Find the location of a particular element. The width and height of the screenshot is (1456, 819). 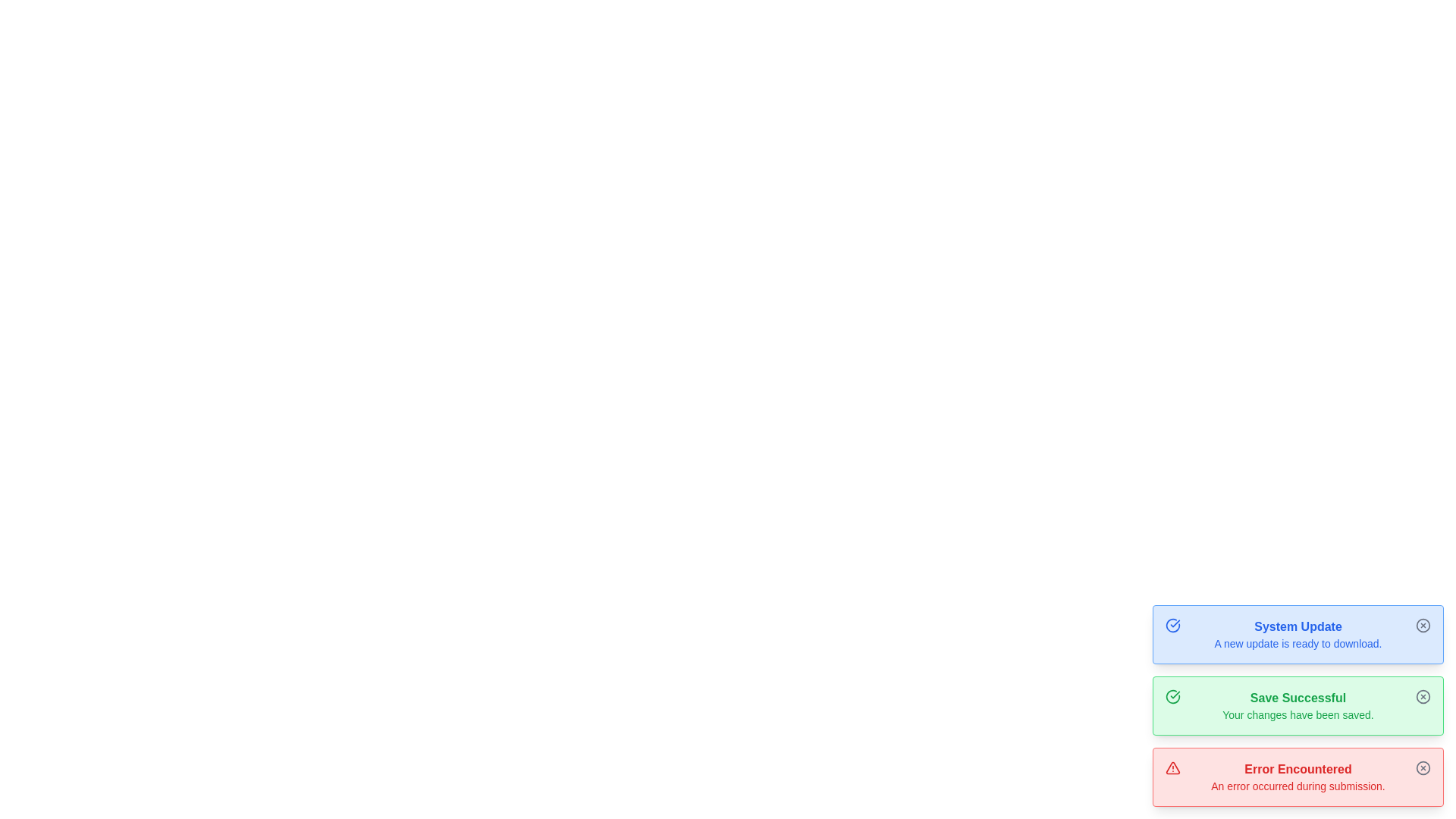

the small circular close icon with a cross symbol located at the top-right corner of the 'System Update' notification card is located at coordinates (1422, 626).